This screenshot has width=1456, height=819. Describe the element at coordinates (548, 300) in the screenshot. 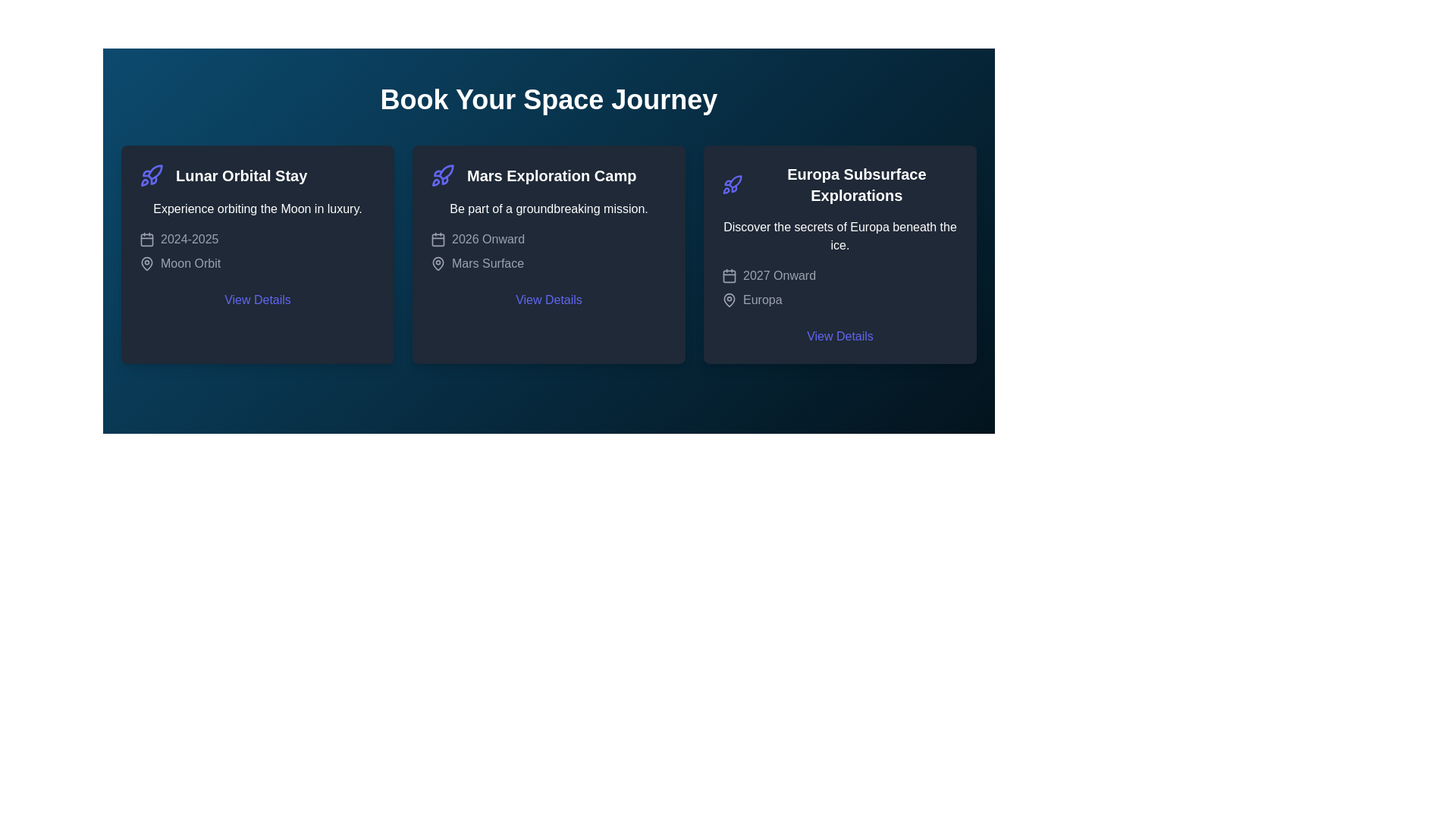

I see `the hyperlink at the bottom of the 'Mars Exploration Camp' card` at that location.